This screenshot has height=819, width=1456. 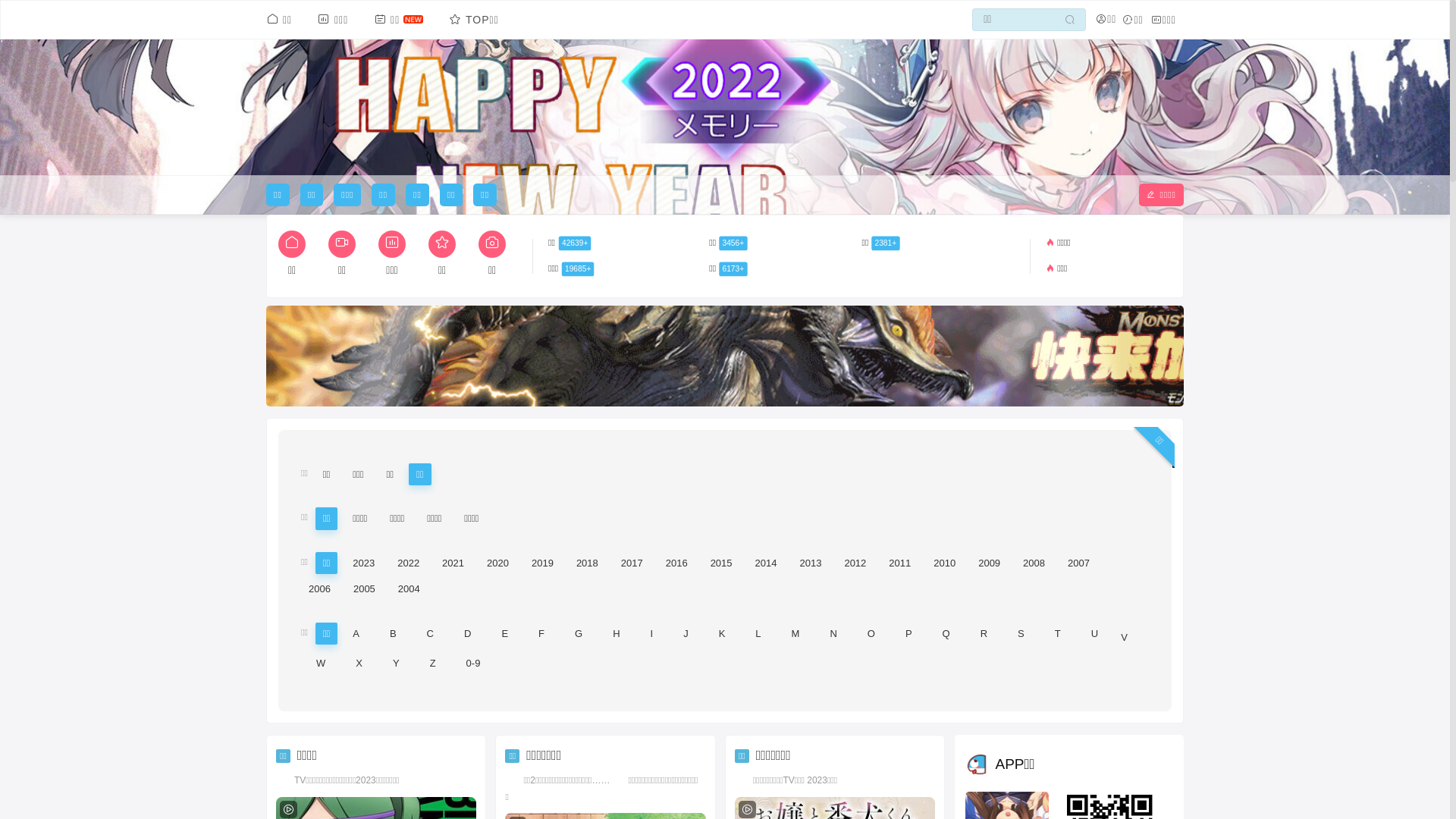 What do you see at coordinates (566, 633) in the screenshot?
I see `'G'` at bounding box center [566, 633].